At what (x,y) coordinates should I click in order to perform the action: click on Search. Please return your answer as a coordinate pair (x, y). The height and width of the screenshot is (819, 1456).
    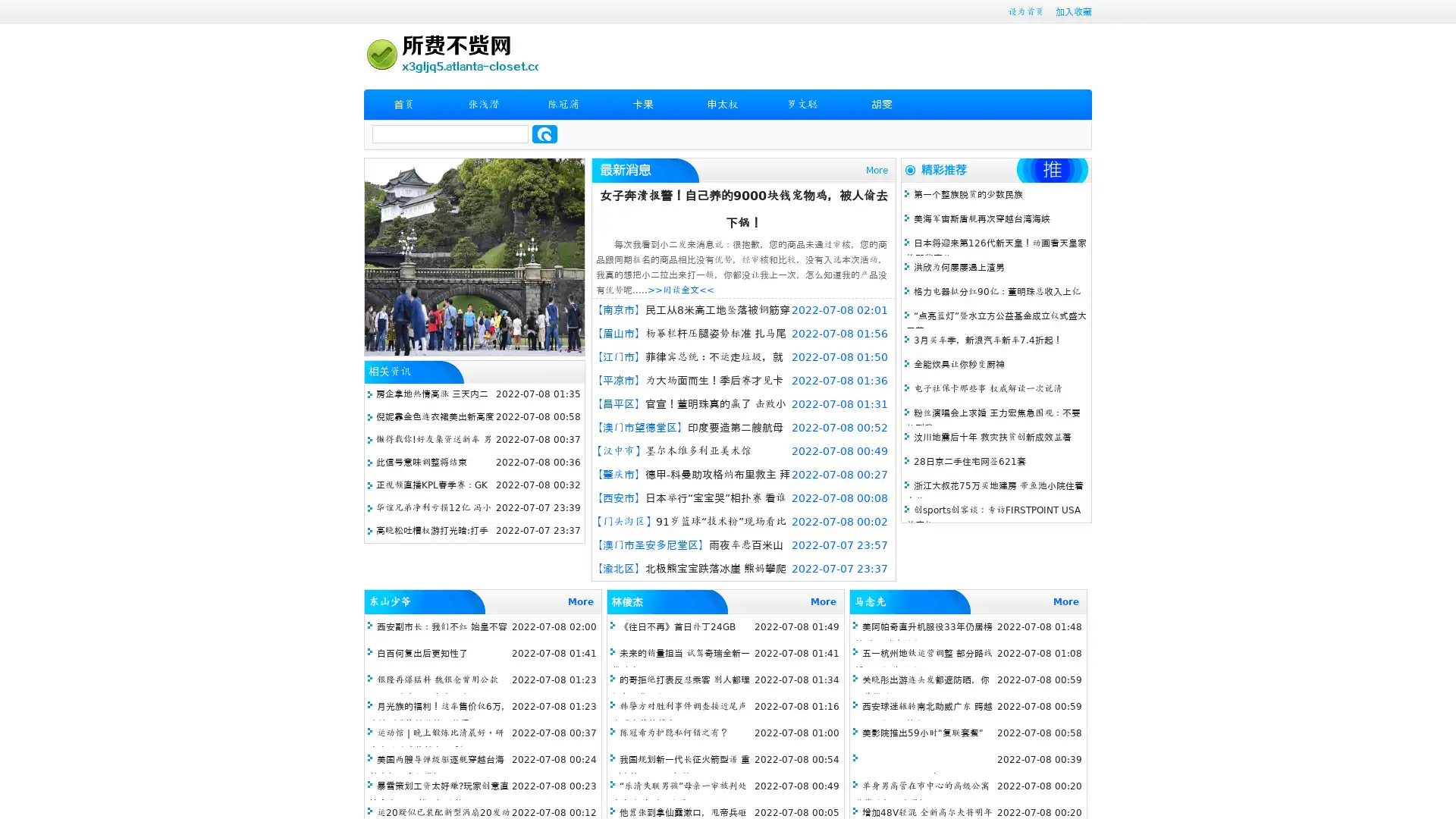
    Looking at the image, I should click on (544, 133).